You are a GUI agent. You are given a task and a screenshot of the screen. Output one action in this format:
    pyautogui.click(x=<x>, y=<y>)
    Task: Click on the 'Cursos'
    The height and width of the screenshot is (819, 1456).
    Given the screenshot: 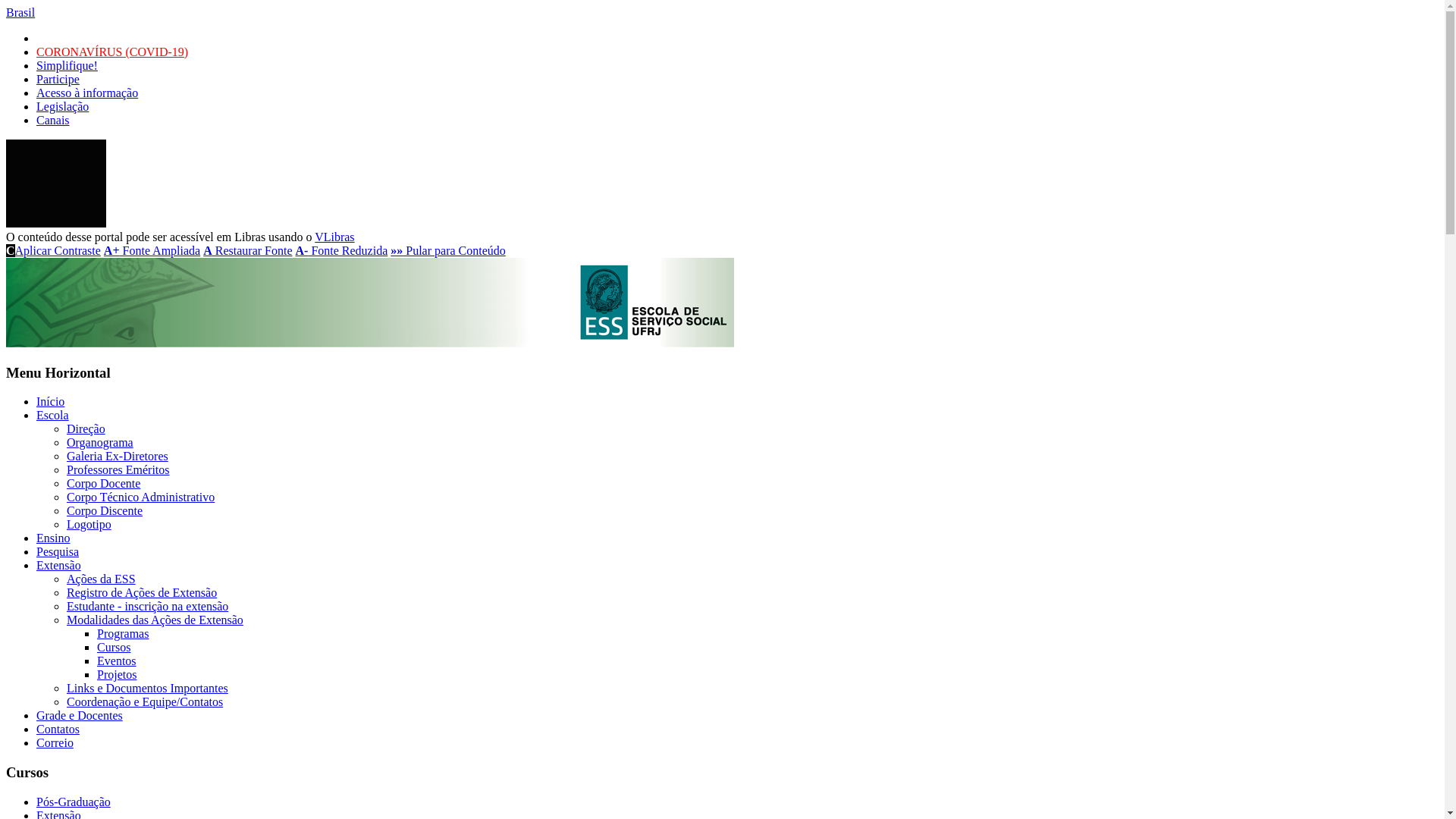 What is the action you would take?
    pyautogui.click(x=96, y=647)
    